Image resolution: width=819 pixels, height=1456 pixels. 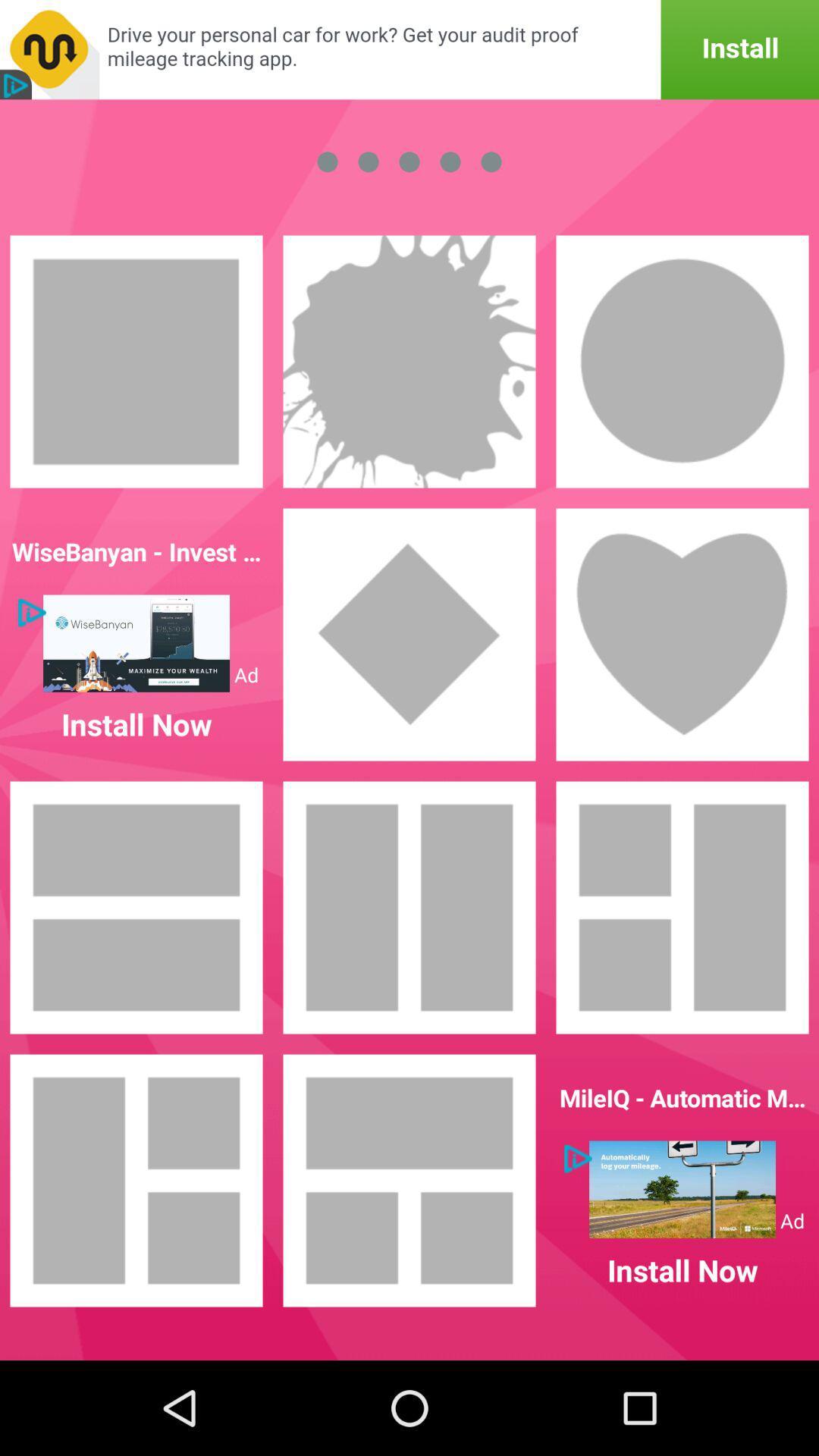 I want to click on it picks that shape, so click(x=136, y=360).